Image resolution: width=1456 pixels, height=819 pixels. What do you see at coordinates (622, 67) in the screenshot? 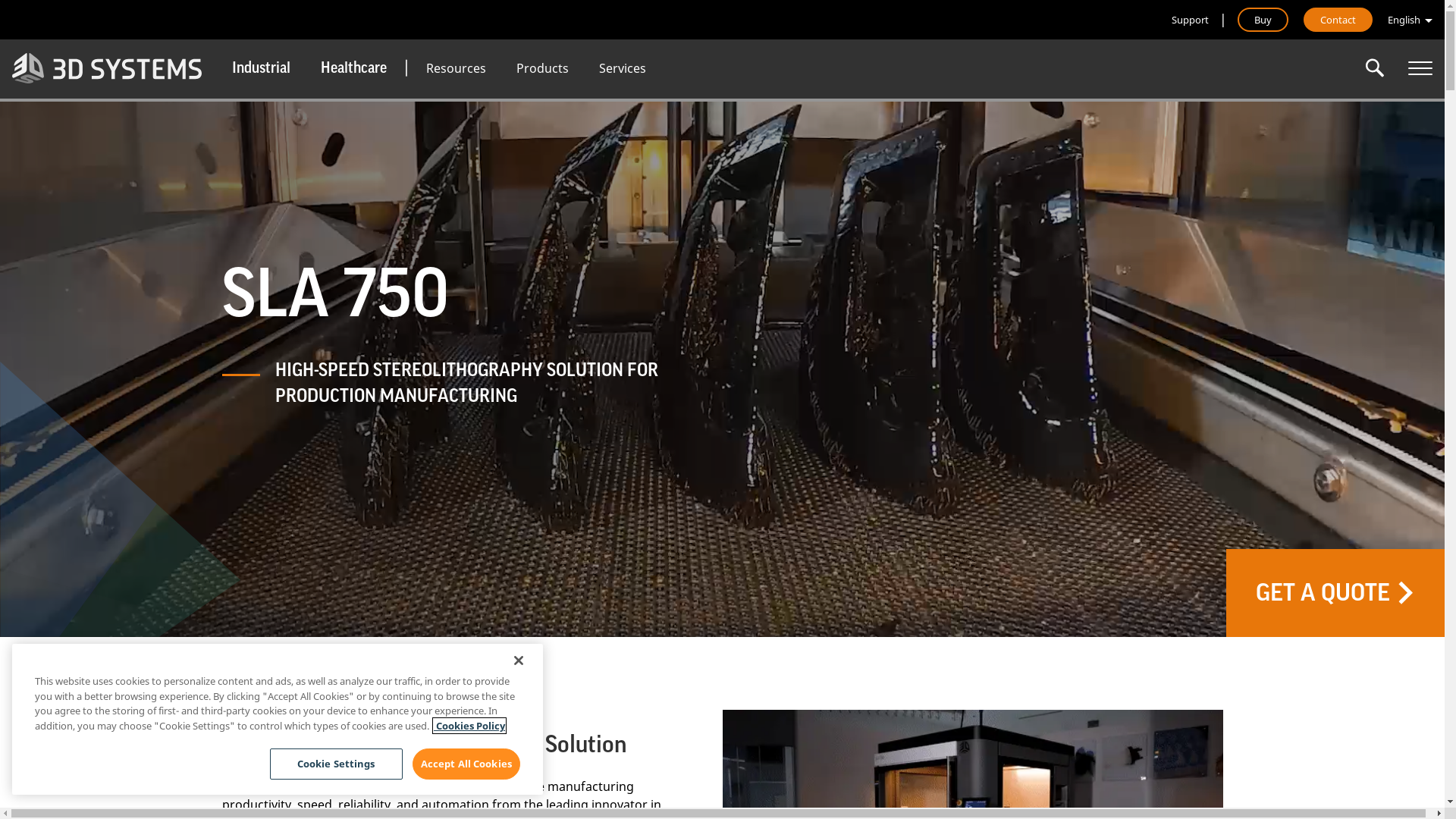
I see `'Services'` at bounding box center [622, 67].